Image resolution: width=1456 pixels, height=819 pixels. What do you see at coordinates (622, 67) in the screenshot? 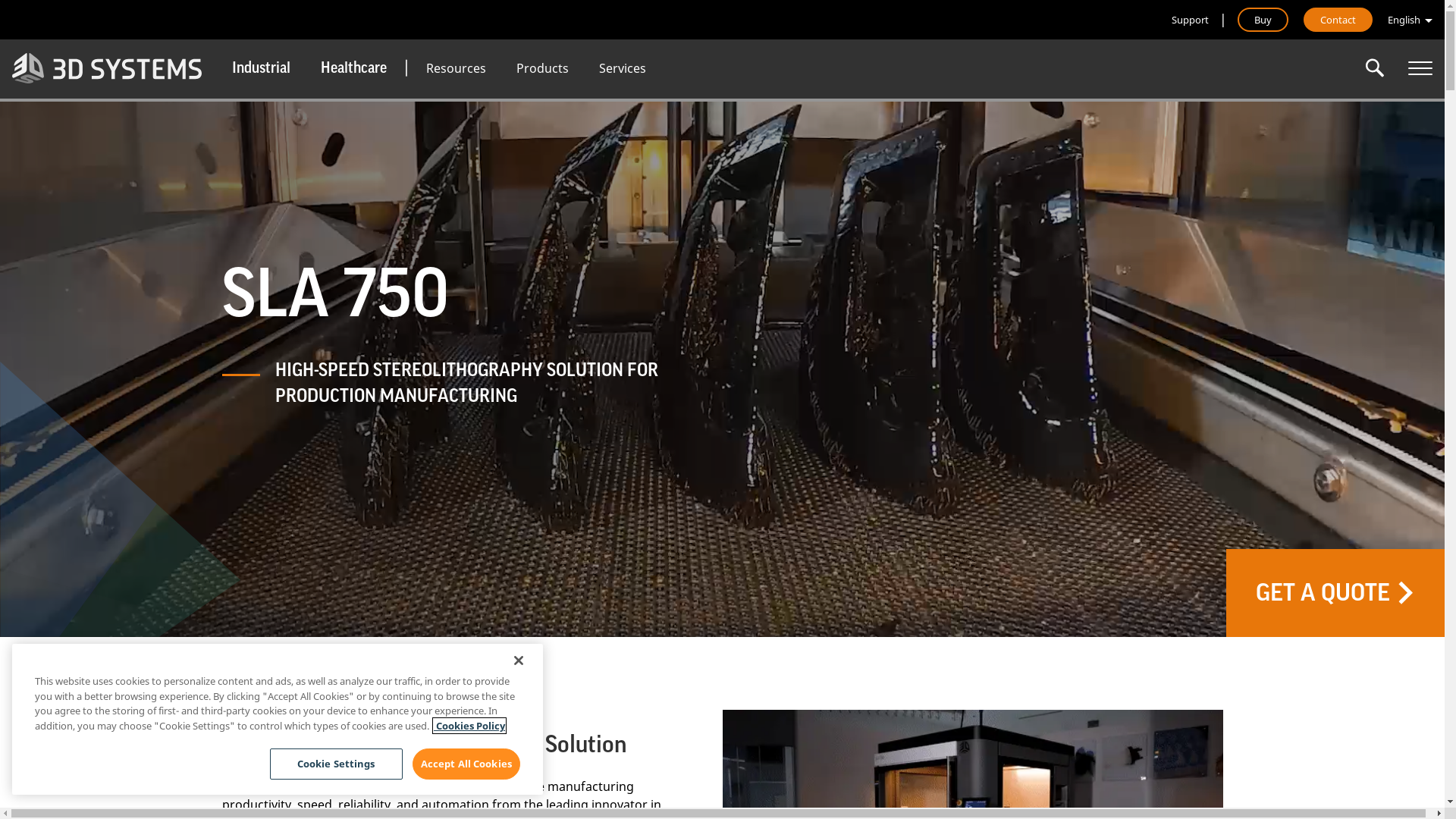
I see `'Services'` at bounding box center [622, 67].